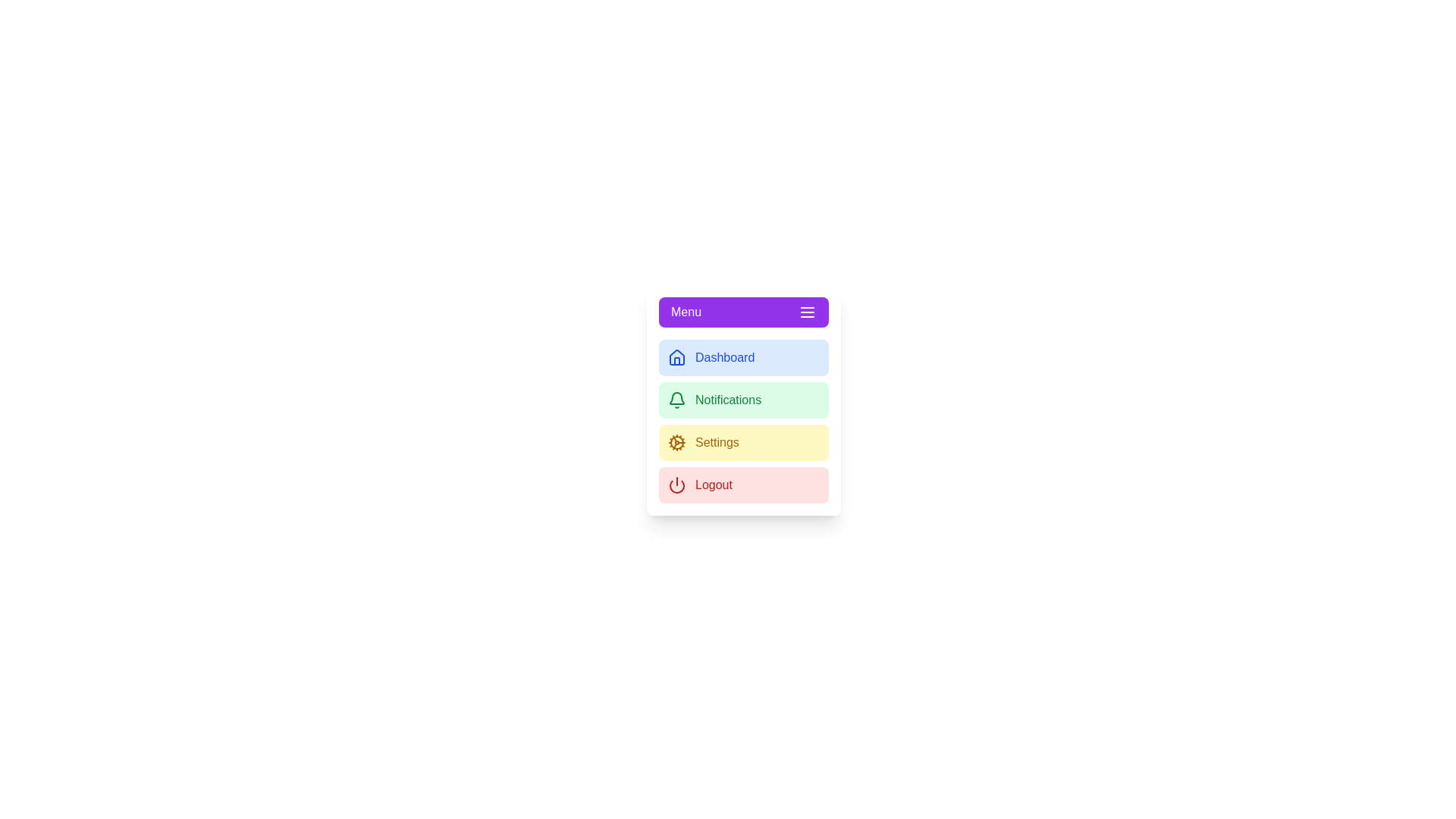  What do you see at coordinates (676, 357) in the screenshot?
I see `the icon of the menu item Dashboard to inspect it` at bounding box center [676, 357].